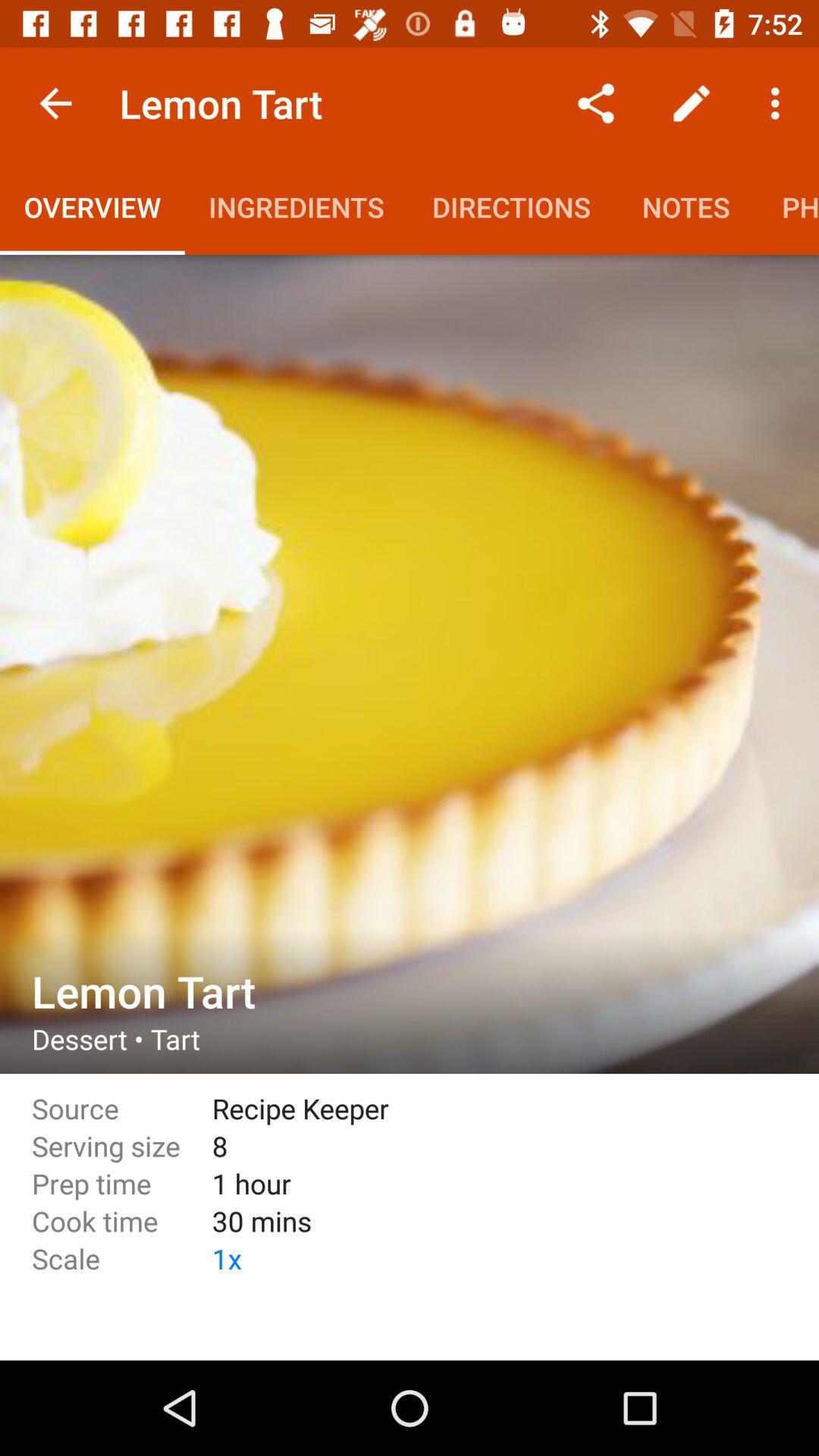 The width and height of the screenshot is (819, 1456). What do you see at coordinates (483, 1258) in the screenshot?
I see `the item below the 30 mins` at bounding box center [483, 1258].